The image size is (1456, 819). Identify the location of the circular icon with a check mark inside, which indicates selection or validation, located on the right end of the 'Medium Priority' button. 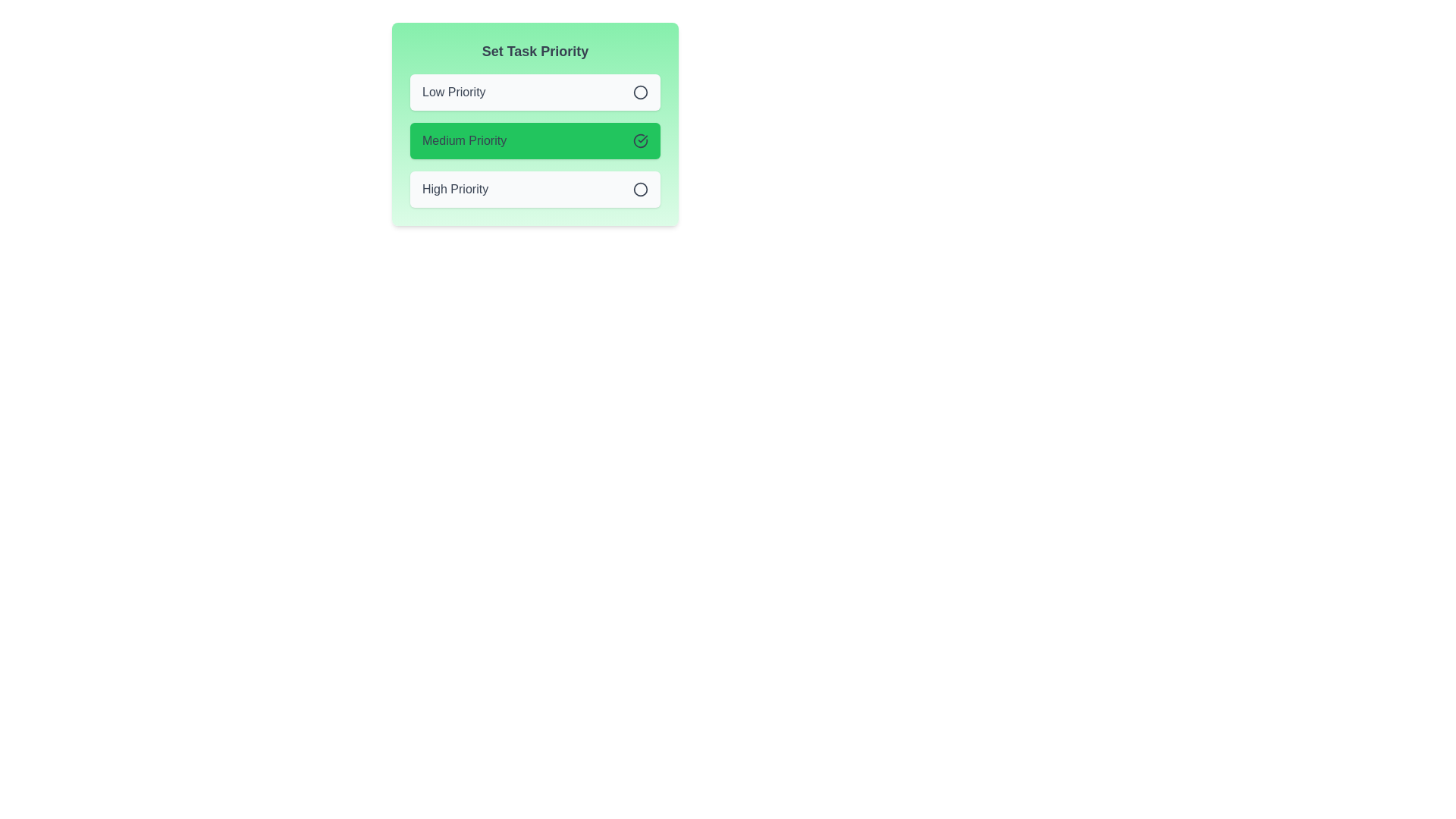
(640, 140).